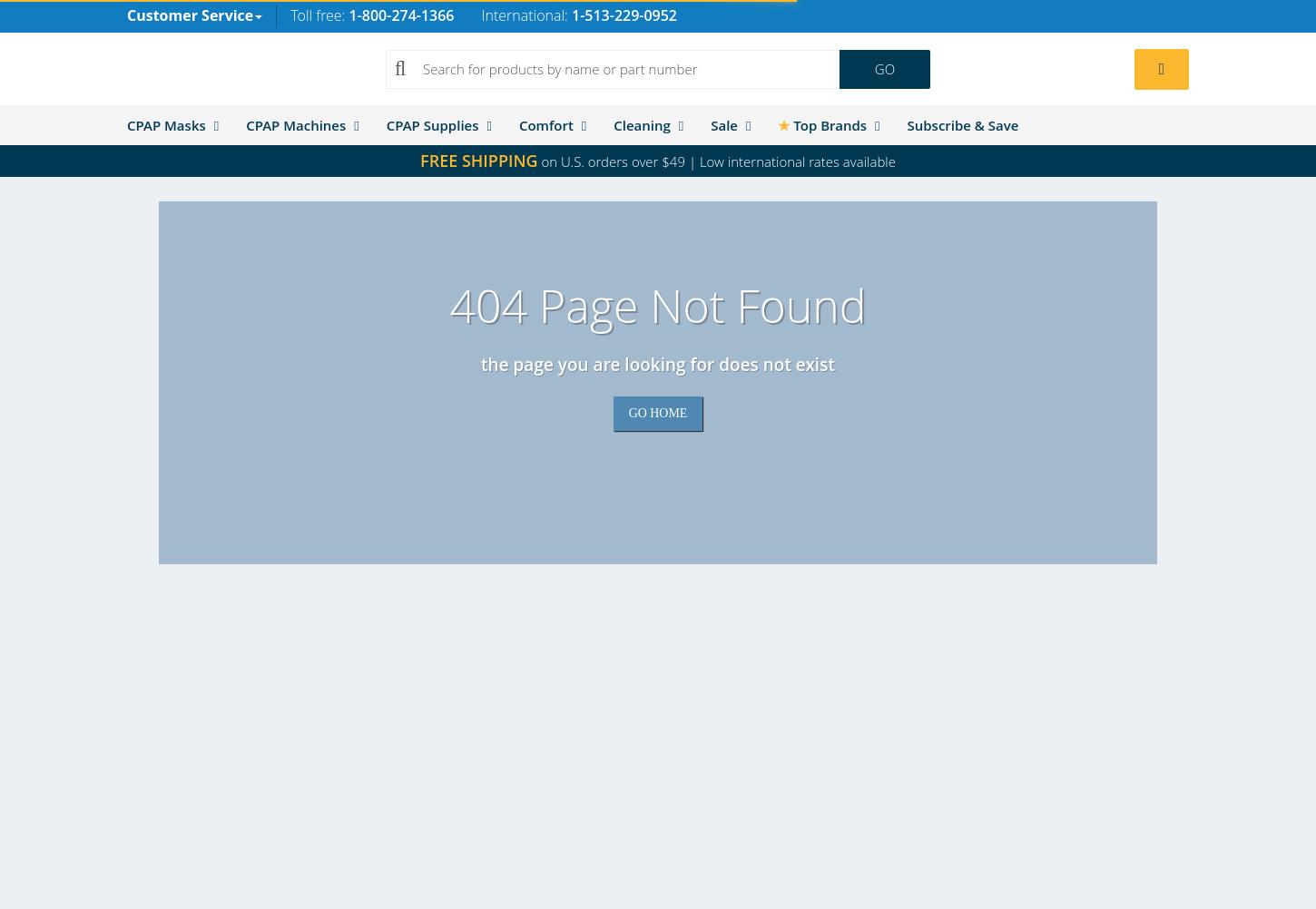 This screenshot has width=1316, height=909. What do you see at coordinates (962, 122) in the screenshot?
I see `'Subscribe & Save'` at bounding box center [962, 122].